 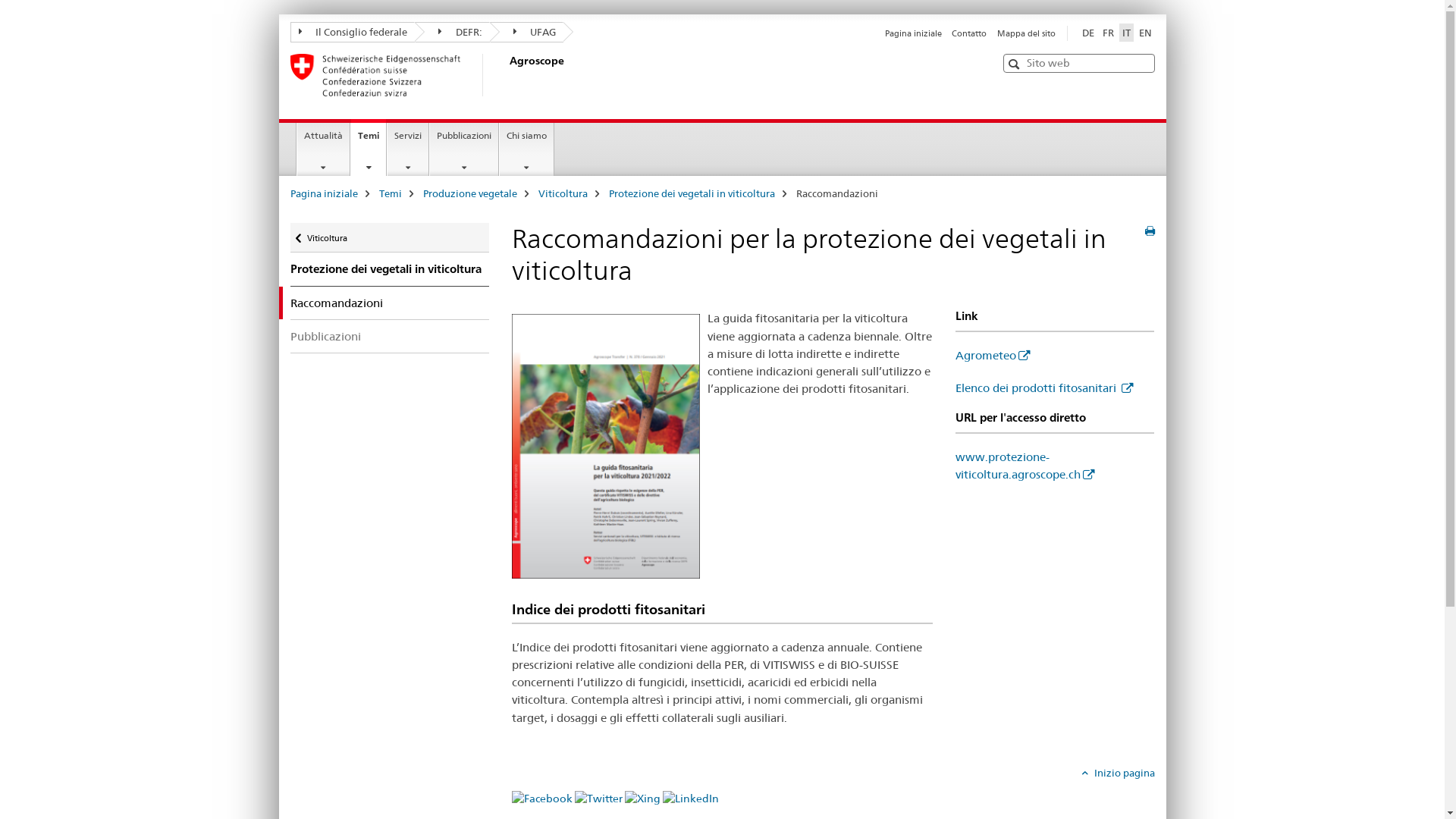 What do you see at coordinates (1043, 387) in the screenshot?
I see `'Elenco dei prodotti fitosanitari'` at bounding box center [1043, 387].